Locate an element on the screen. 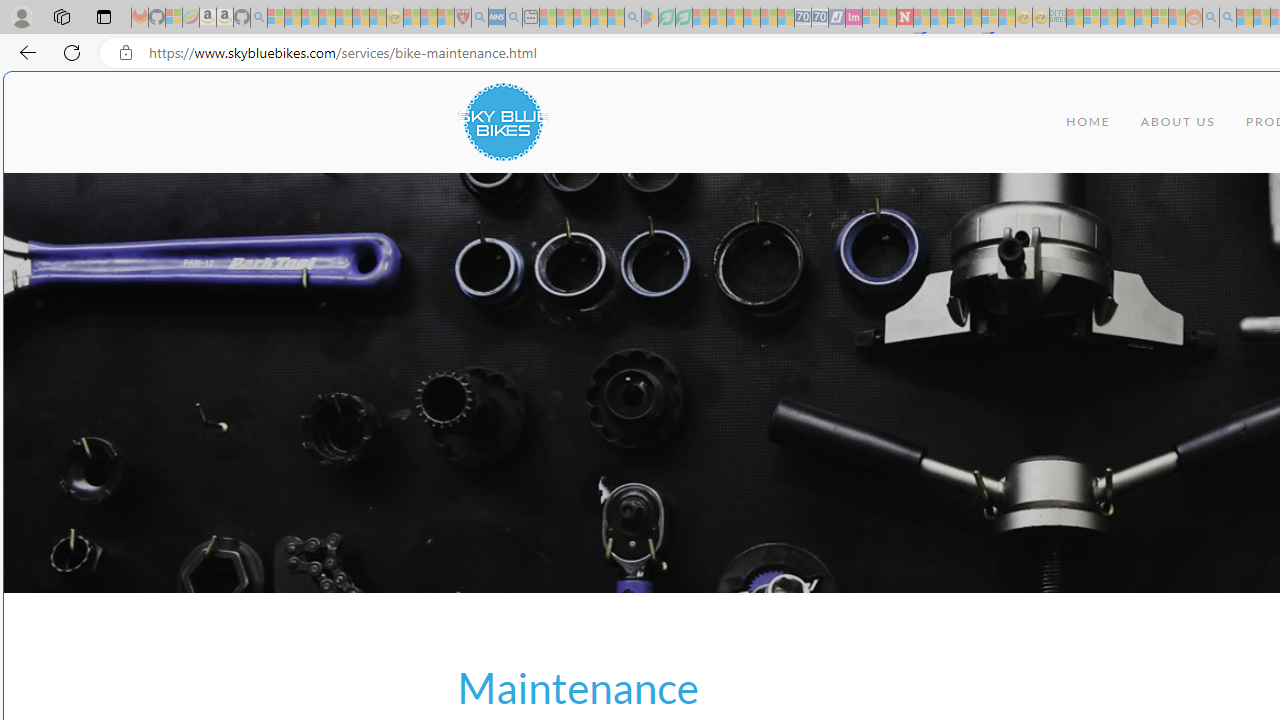 This screenshot has height=720, width=1280. 'google - Search - Sleeping' is located at coordinates (631, 17).